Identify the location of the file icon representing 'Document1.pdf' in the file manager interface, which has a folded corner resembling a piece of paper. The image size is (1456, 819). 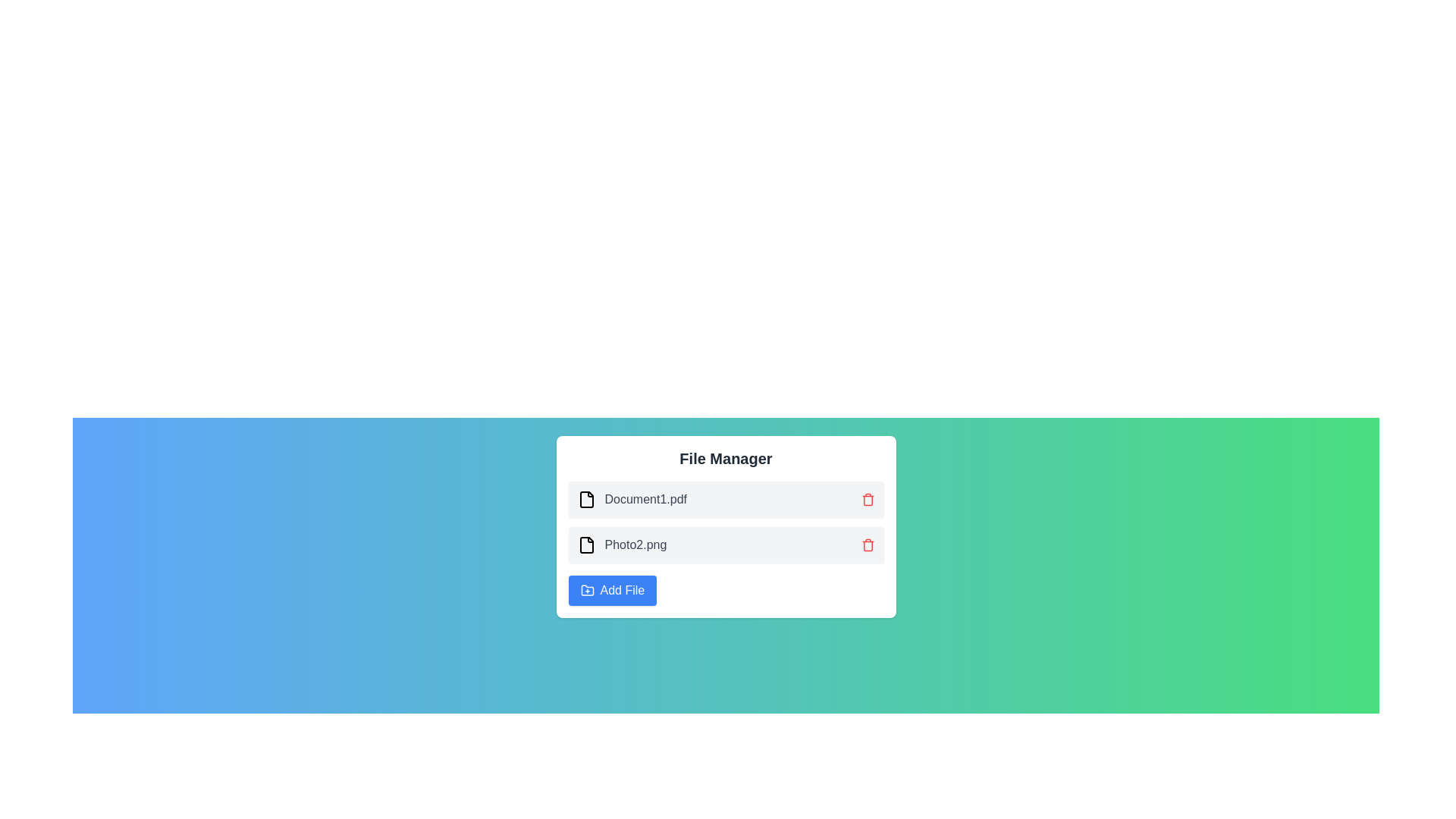
(585, 500).